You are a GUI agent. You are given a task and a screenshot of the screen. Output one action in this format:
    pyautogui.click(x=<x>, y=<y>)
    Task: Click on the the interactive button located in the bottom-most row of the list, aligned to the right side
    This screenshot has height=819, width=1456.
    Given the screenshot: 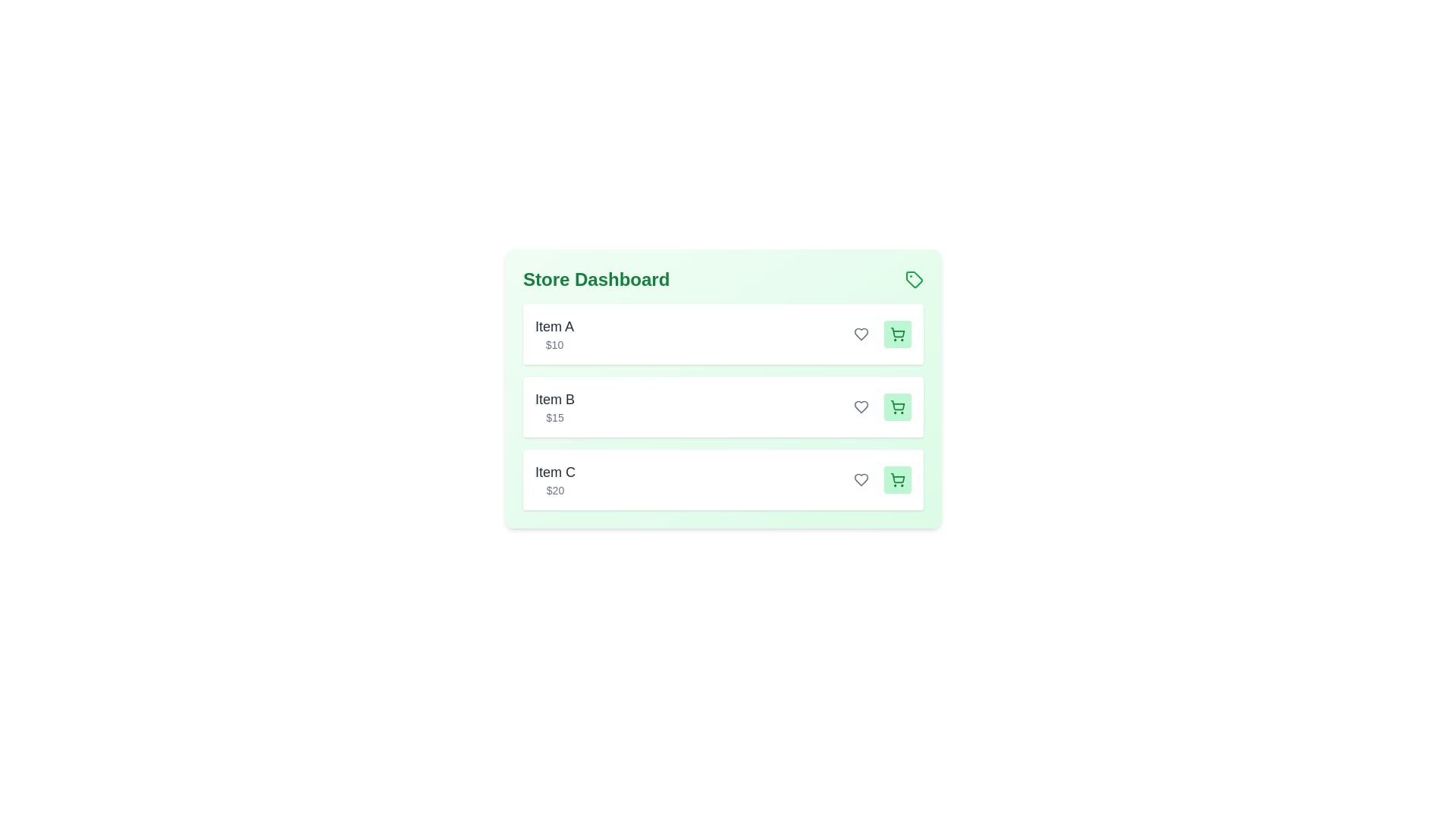 What is the action you would take?
    pyautogui.click(x=898, y=479)
    